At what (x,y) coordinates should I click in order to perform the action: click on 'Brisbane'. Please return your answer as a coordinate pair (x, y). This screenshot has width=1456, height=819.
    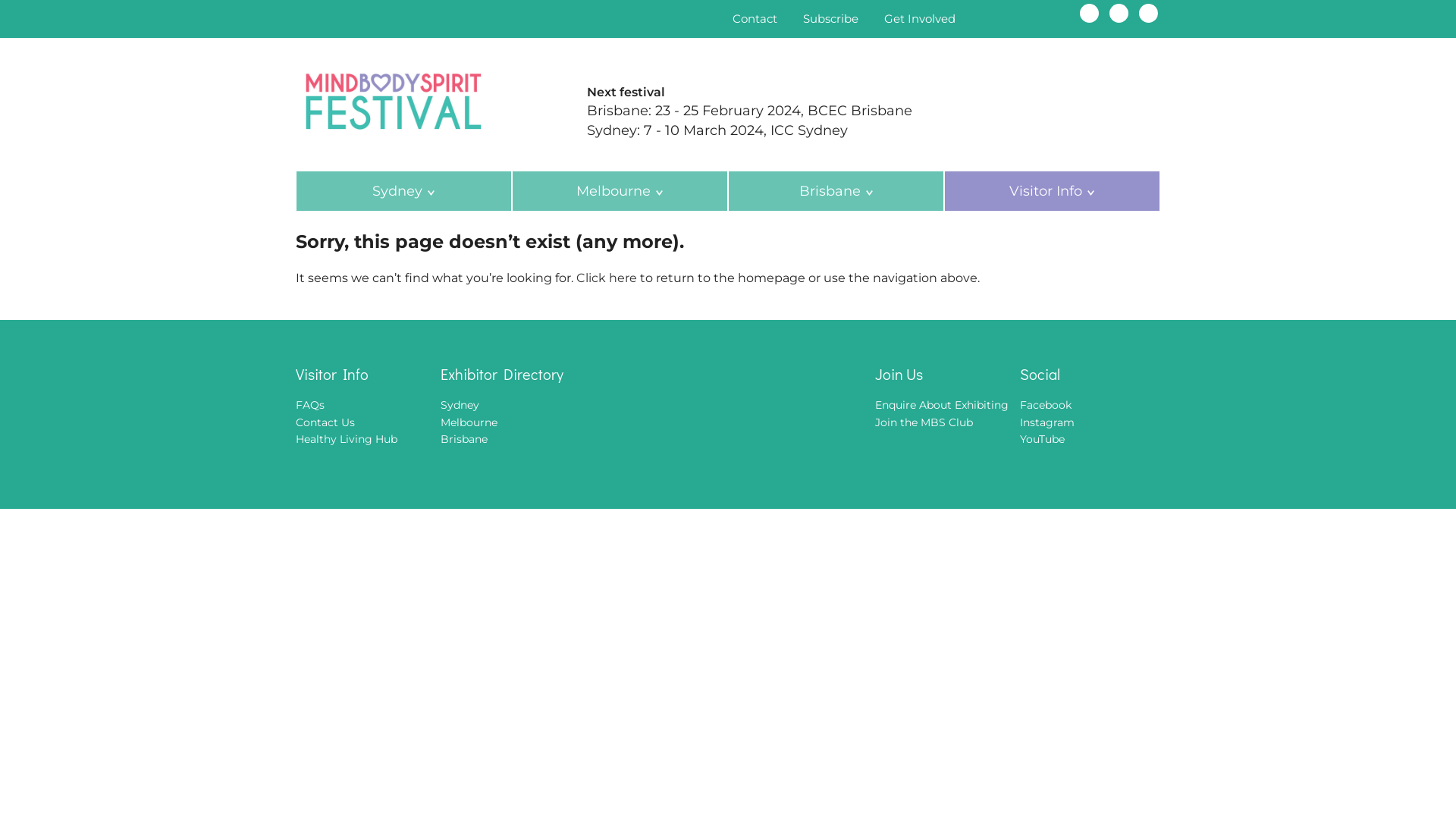
    Looking at the image, I should click on (463, 438).